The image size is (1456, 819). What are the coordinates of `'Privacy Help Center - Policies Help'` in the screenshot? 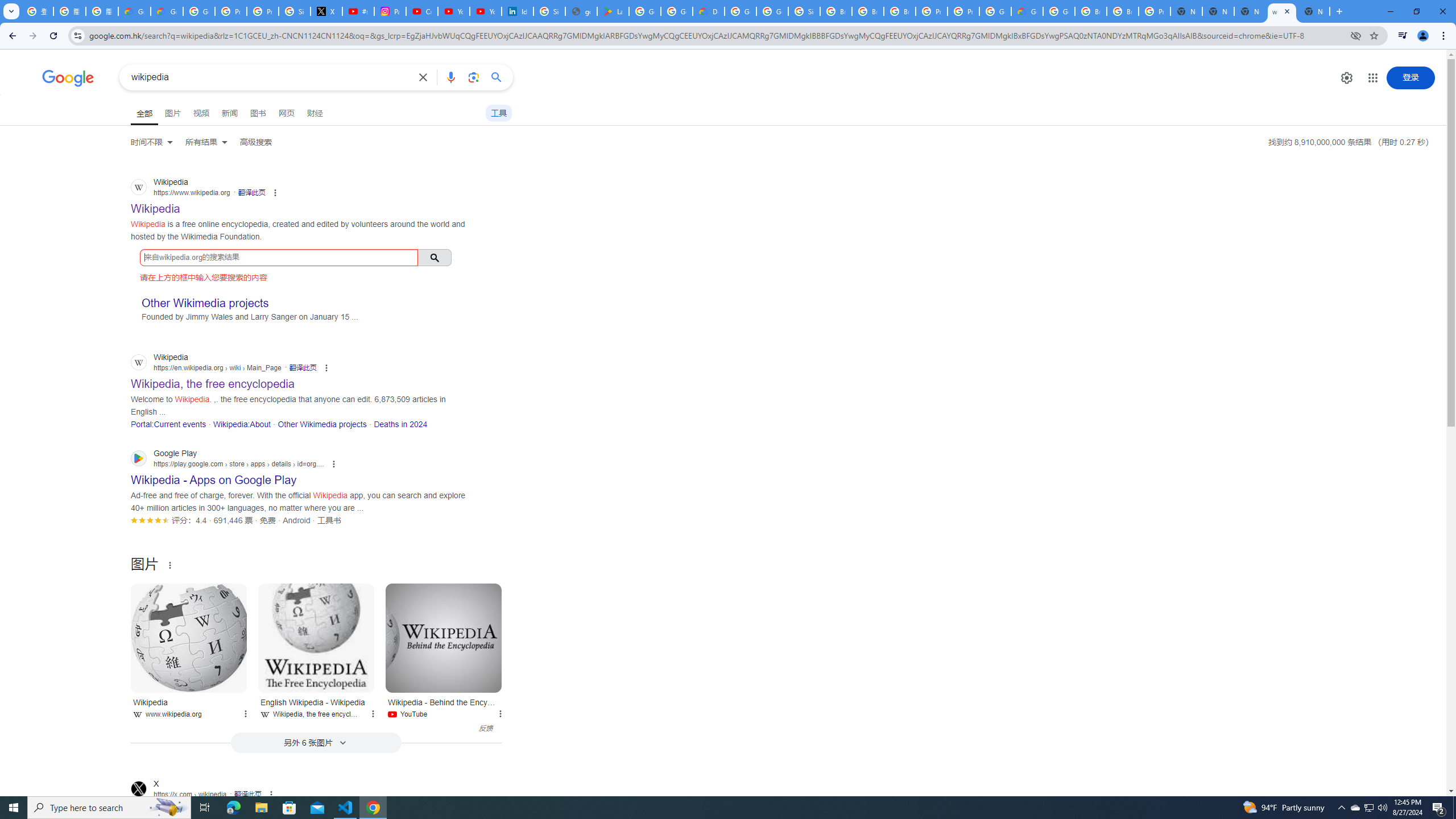 It's located at (262, 11).